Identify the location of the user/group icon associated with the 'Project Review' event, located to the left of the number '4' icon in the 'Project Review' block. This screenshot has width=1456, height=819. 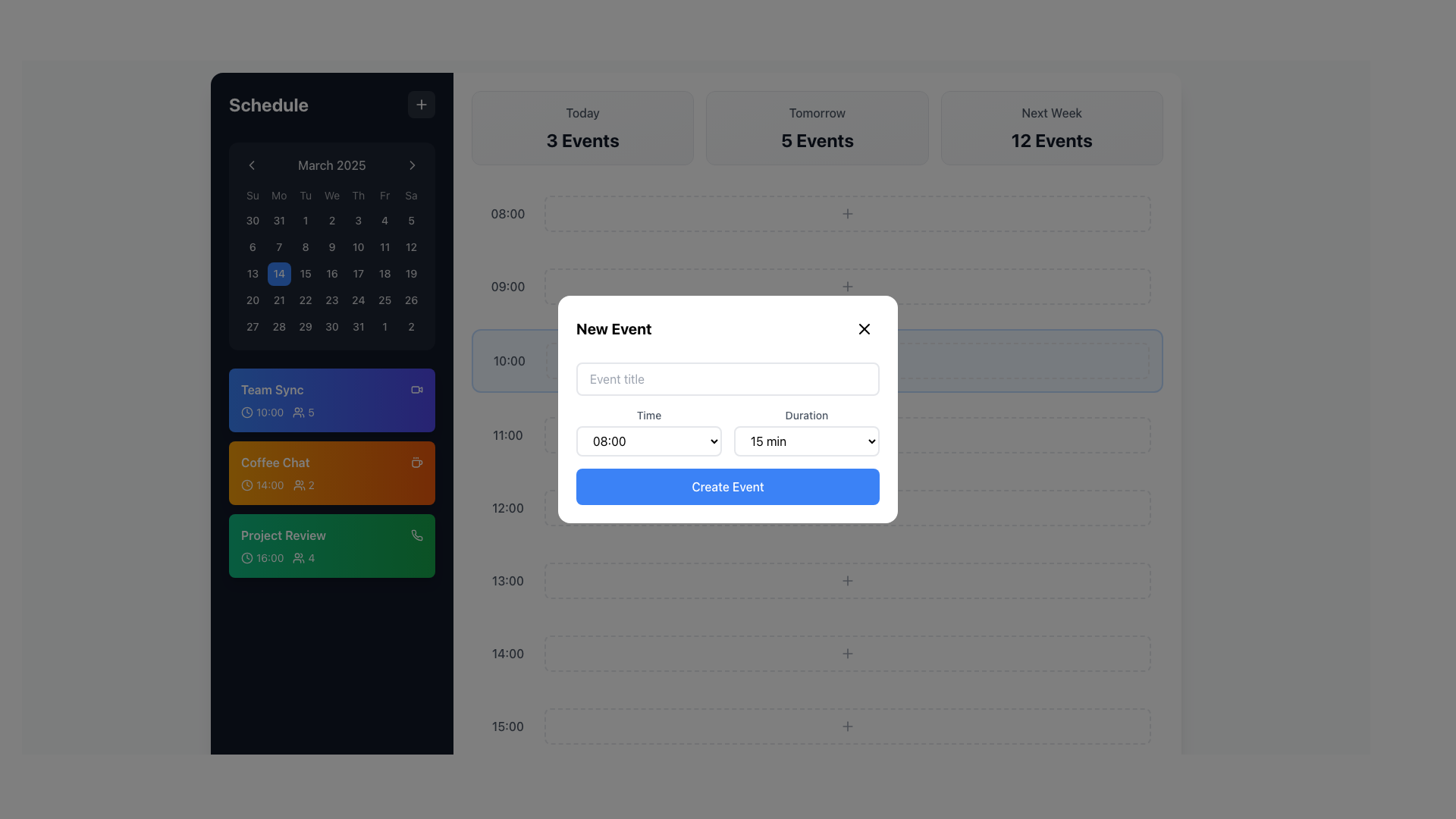
(299, 558).